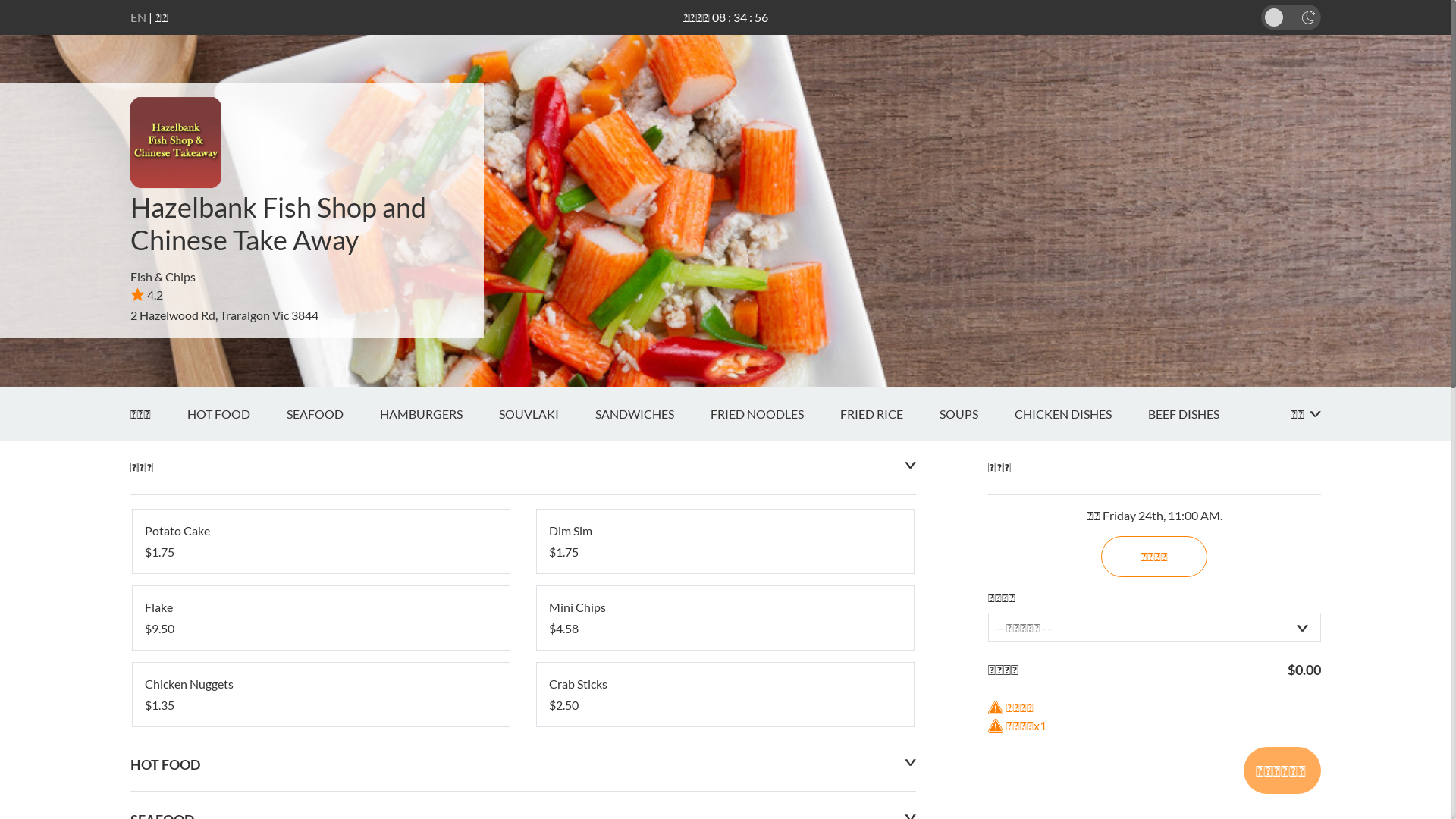 Image resolution: width=1456 pixels, height=819 pixels. Describe the element at coordinates (438, 414) in the screenshot. I see `'HAMBURGERS'` at that location.